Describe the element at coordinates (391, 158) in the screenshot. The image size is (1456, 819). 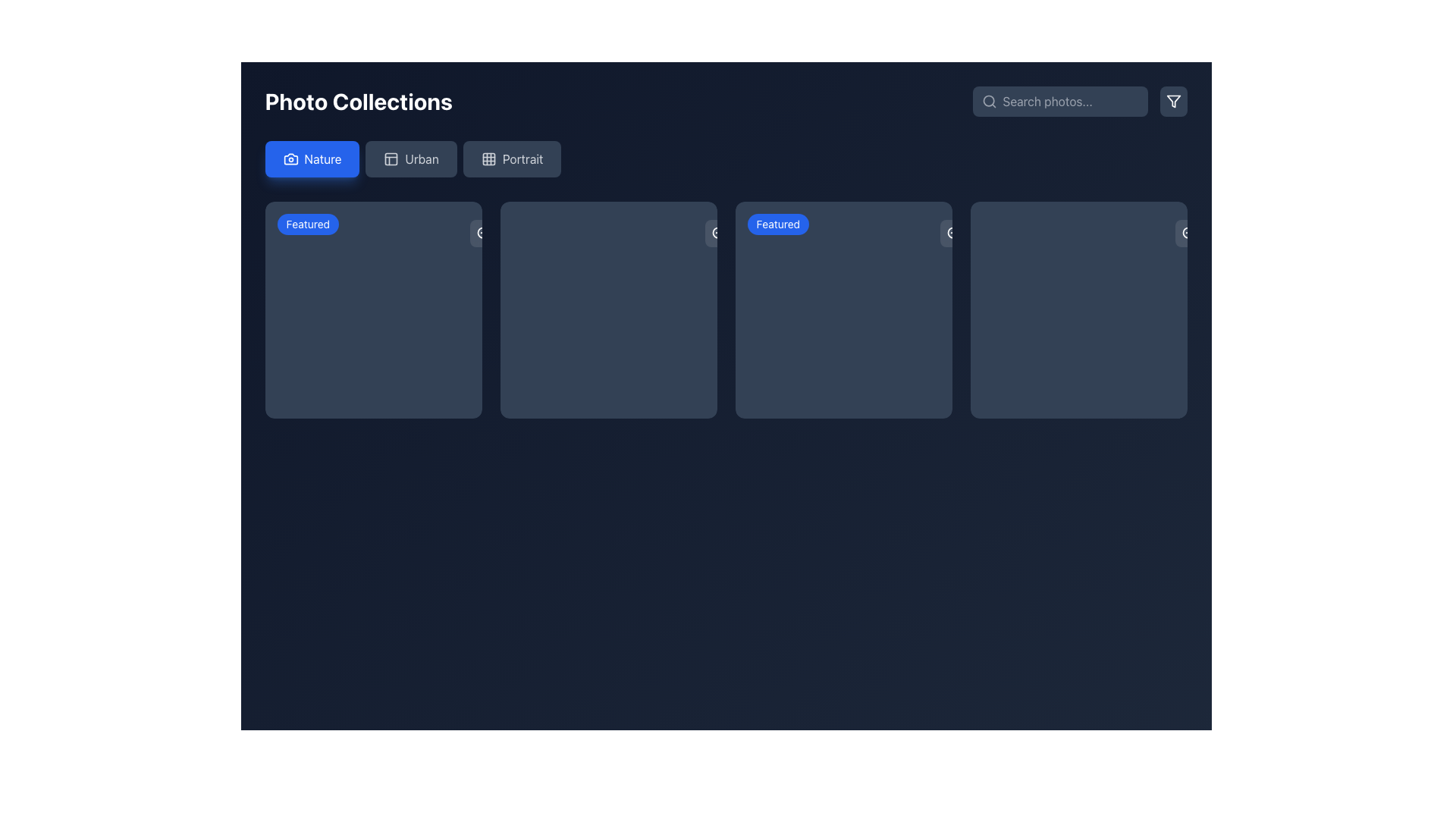
I see `the top-left panel layout icon, which is a square with rounded corners and two intersecting lines, located to the left of the 'Urban' text label in the collection type buttons` at that location.